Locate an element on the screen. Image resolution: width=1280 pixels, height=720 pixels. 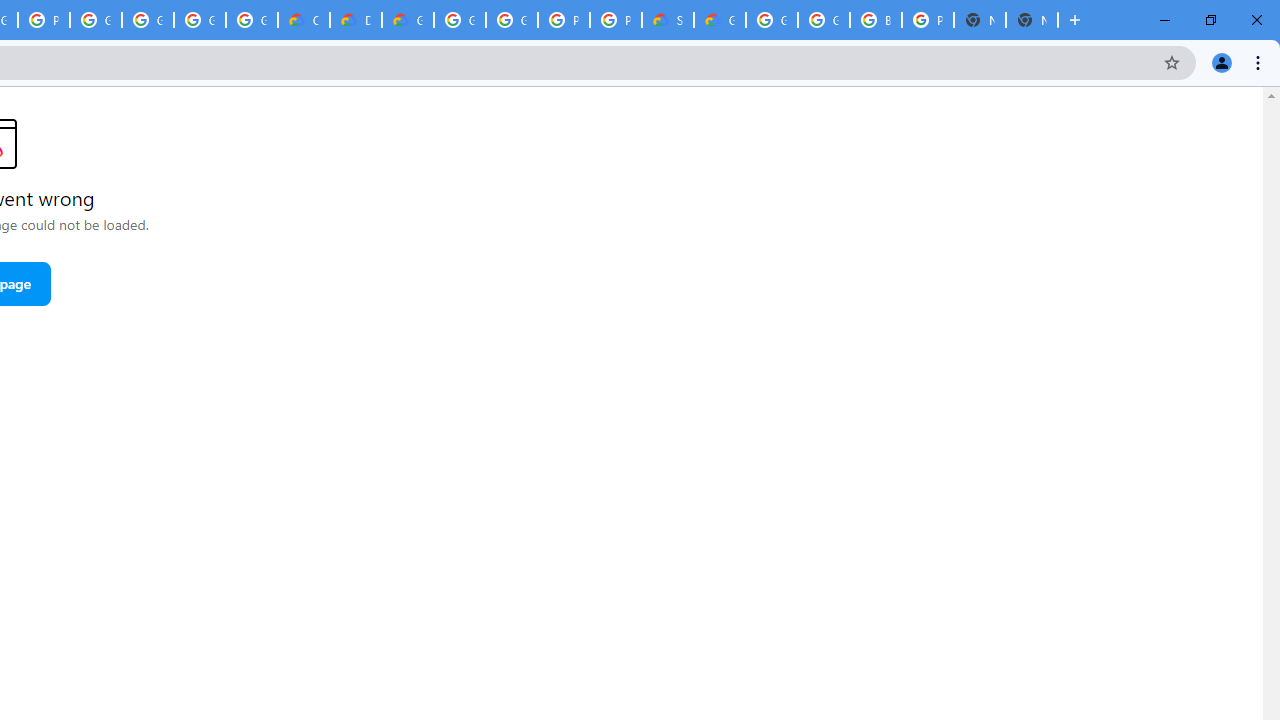
'Gemini for Business and Developers | Google Cloud' is located at coordinates (406, 20).